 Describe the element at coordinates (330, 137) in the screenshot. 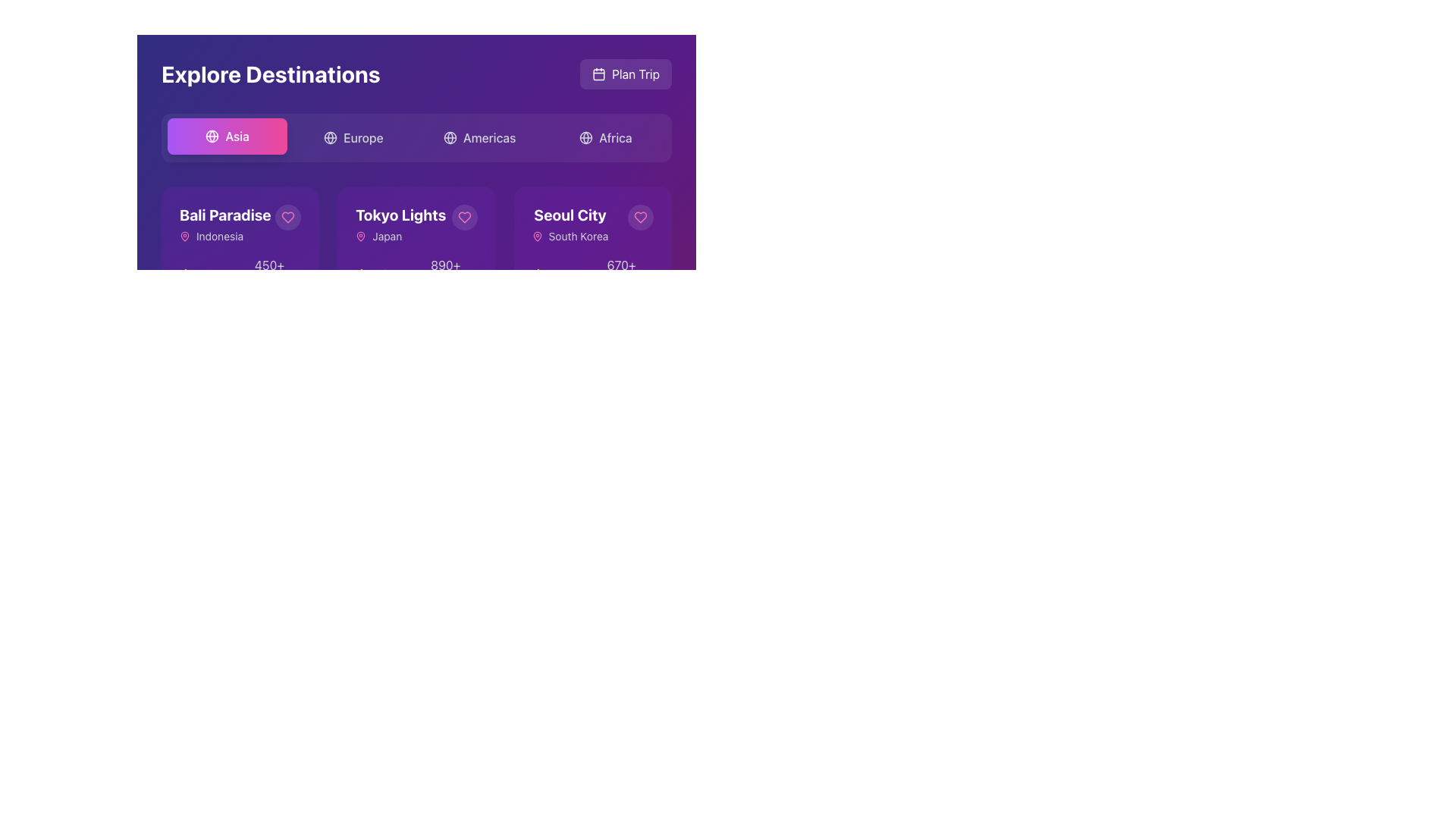

I see `the 'Europe' button icon, which visually represents geographical navigation, located second from the left in the upper section of the interface` at that location.